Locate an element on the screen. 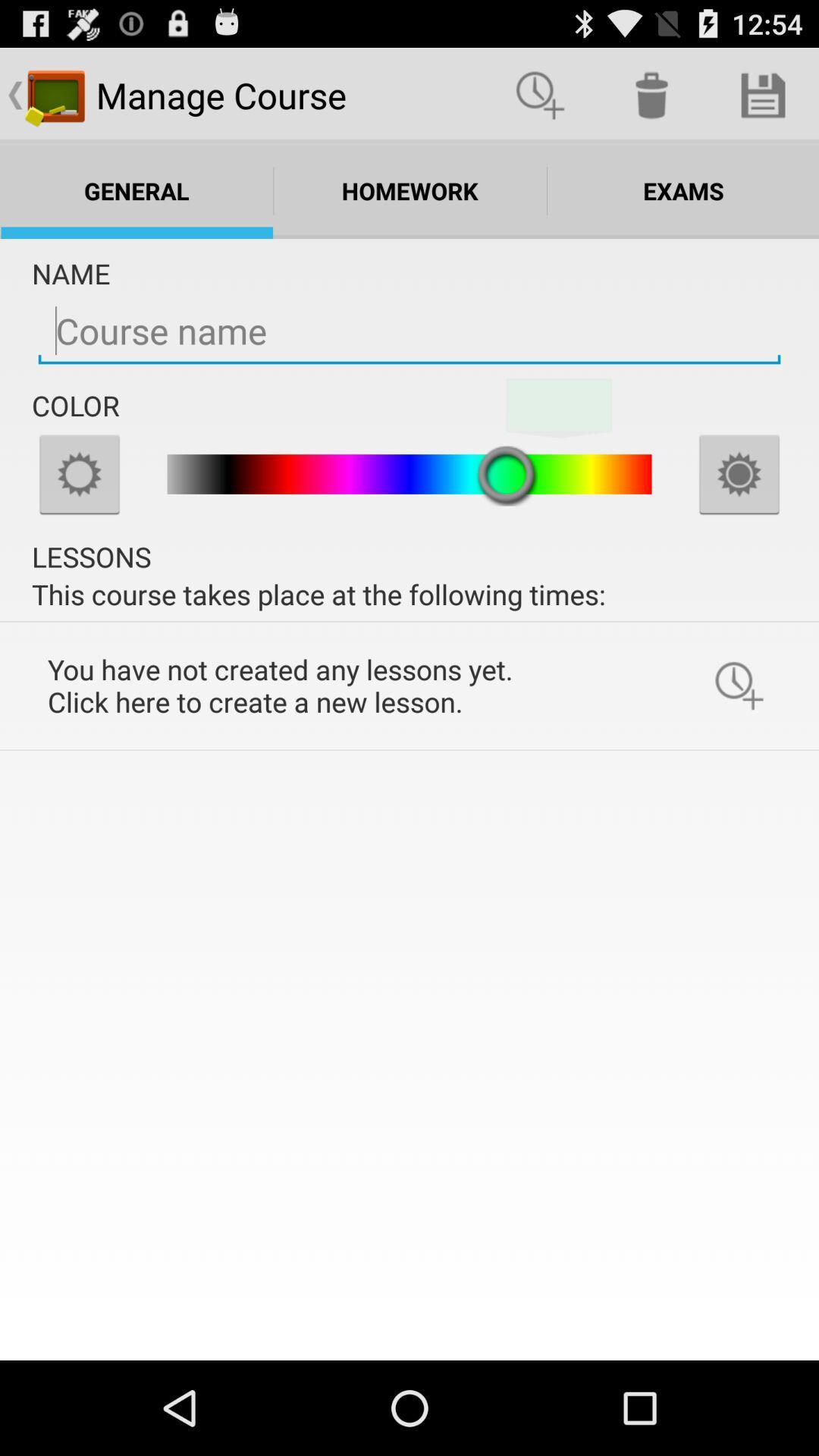 This screenshot has height=1456, width=819. increase brightness is located at coordinates (739, 473).